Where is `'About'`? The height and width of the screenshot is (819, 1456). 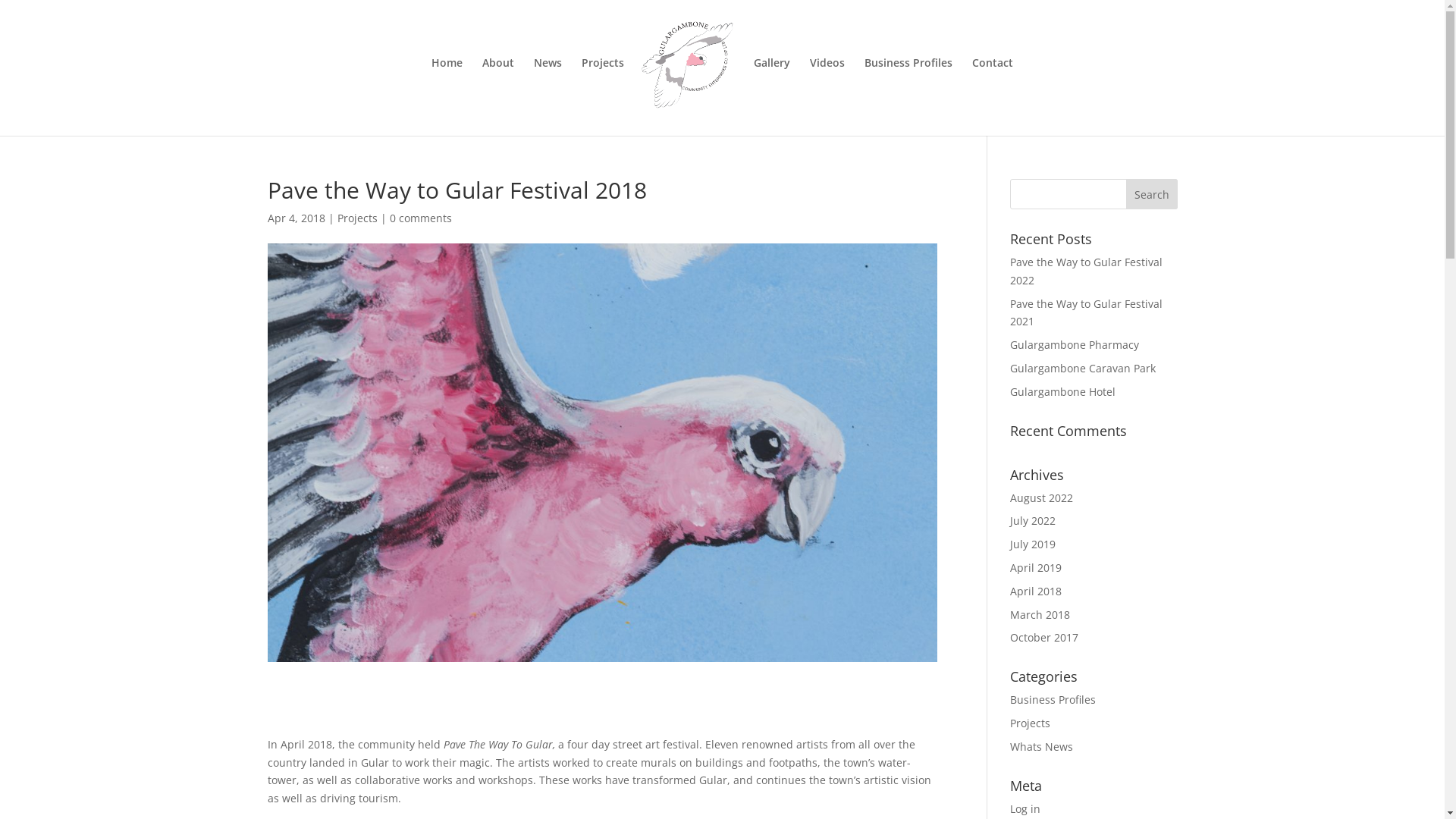
'About' is located at coordinates (498, 96).